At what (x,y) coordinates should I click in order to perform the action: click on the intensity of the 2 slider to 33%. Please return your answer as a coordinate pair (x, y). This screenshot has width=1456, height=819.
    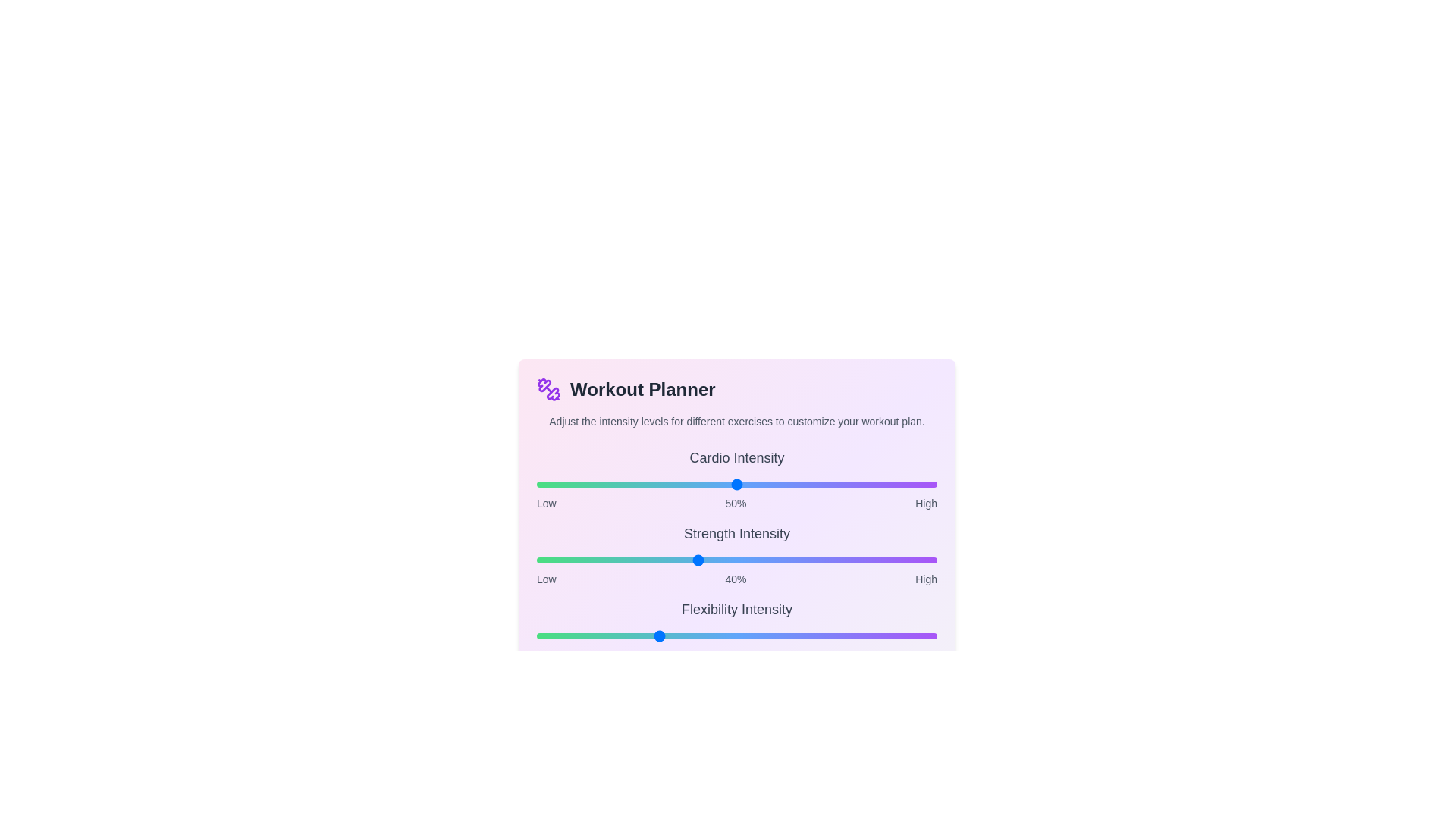
    Looking at the image, I should click on (668, 636).